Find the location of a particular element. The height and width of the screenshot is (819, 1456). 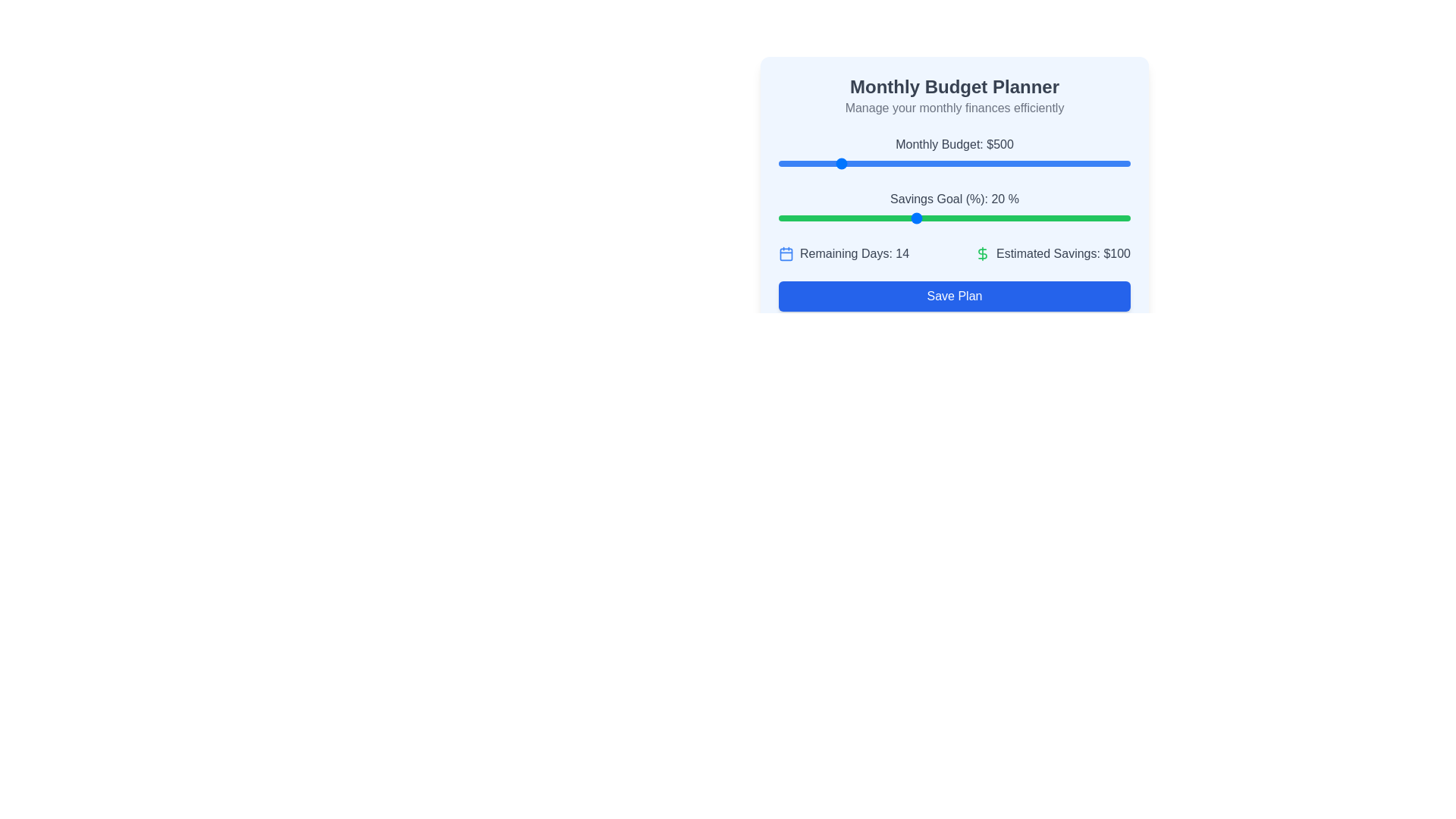

the range slider to adjust the savings goal percentage value, which is positioned below the text 'Savings Goal (%): 20 %' and above 'Remaining Days: 14' is located at coordinates (953, 218).